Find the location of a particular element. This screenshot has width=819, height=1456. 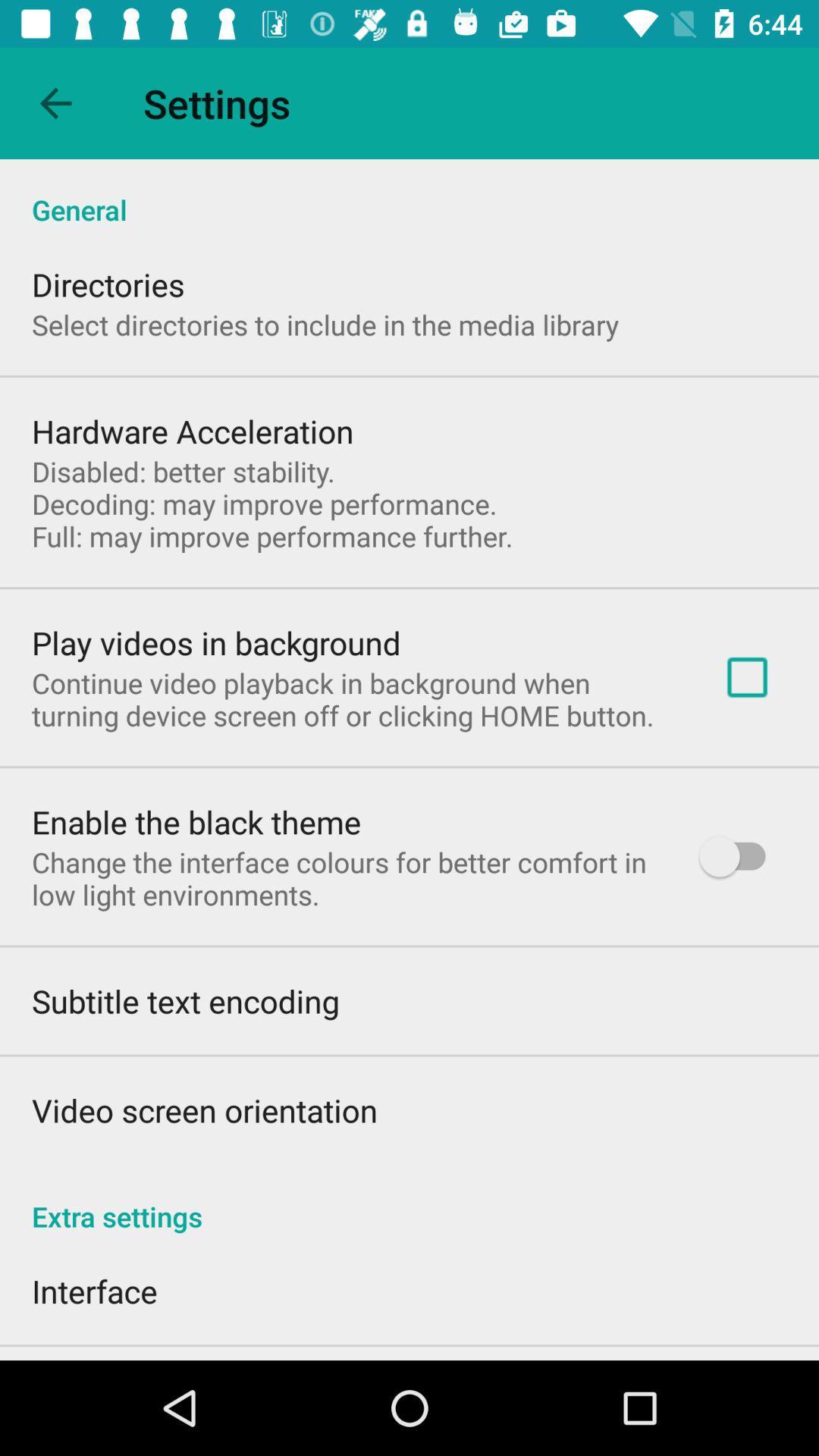

item above the change the interface is located at coordinates (196, 821).